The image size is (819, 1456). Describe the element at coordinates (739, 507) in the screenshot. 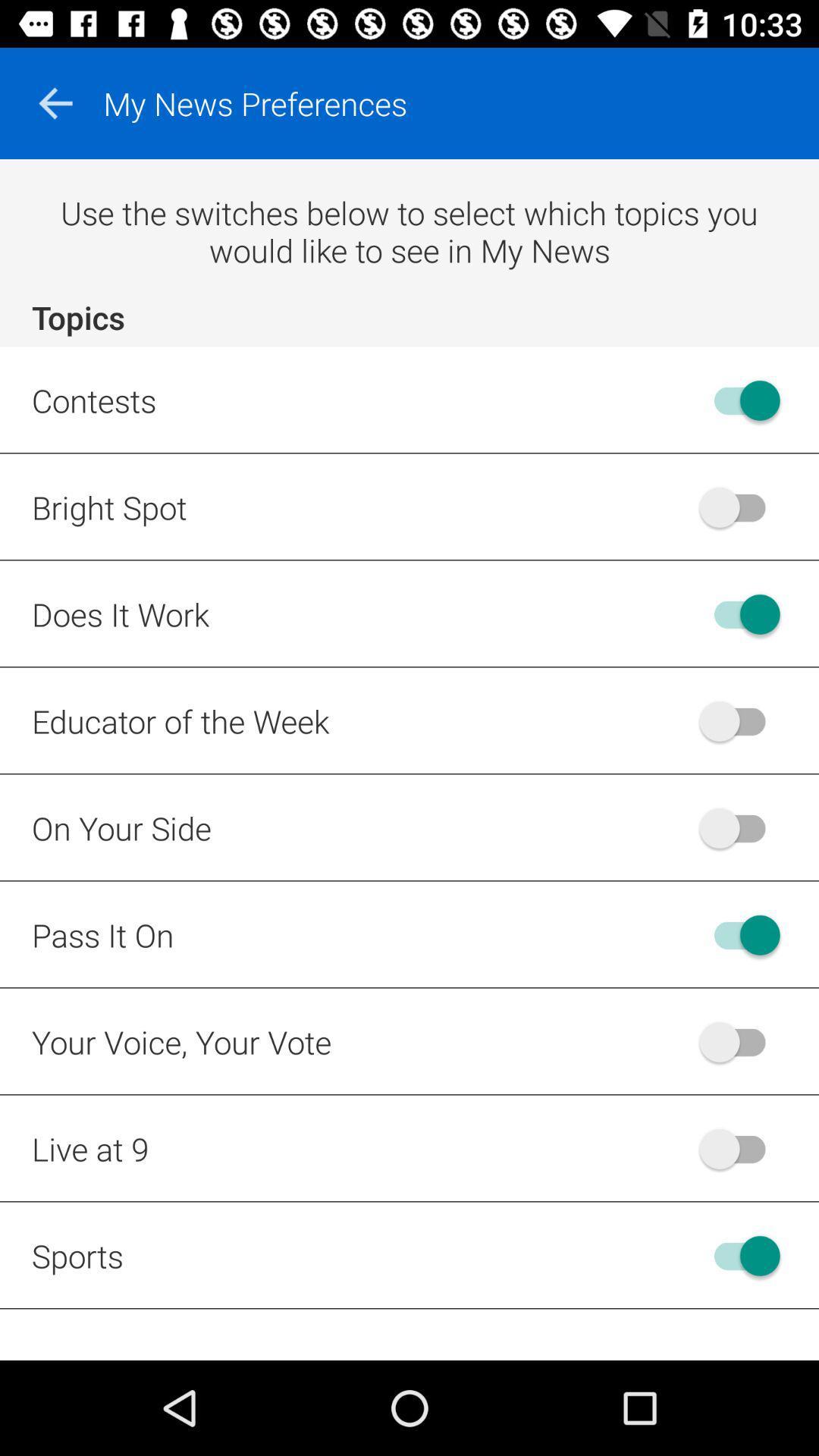

I see `bright spot preference` at that location.